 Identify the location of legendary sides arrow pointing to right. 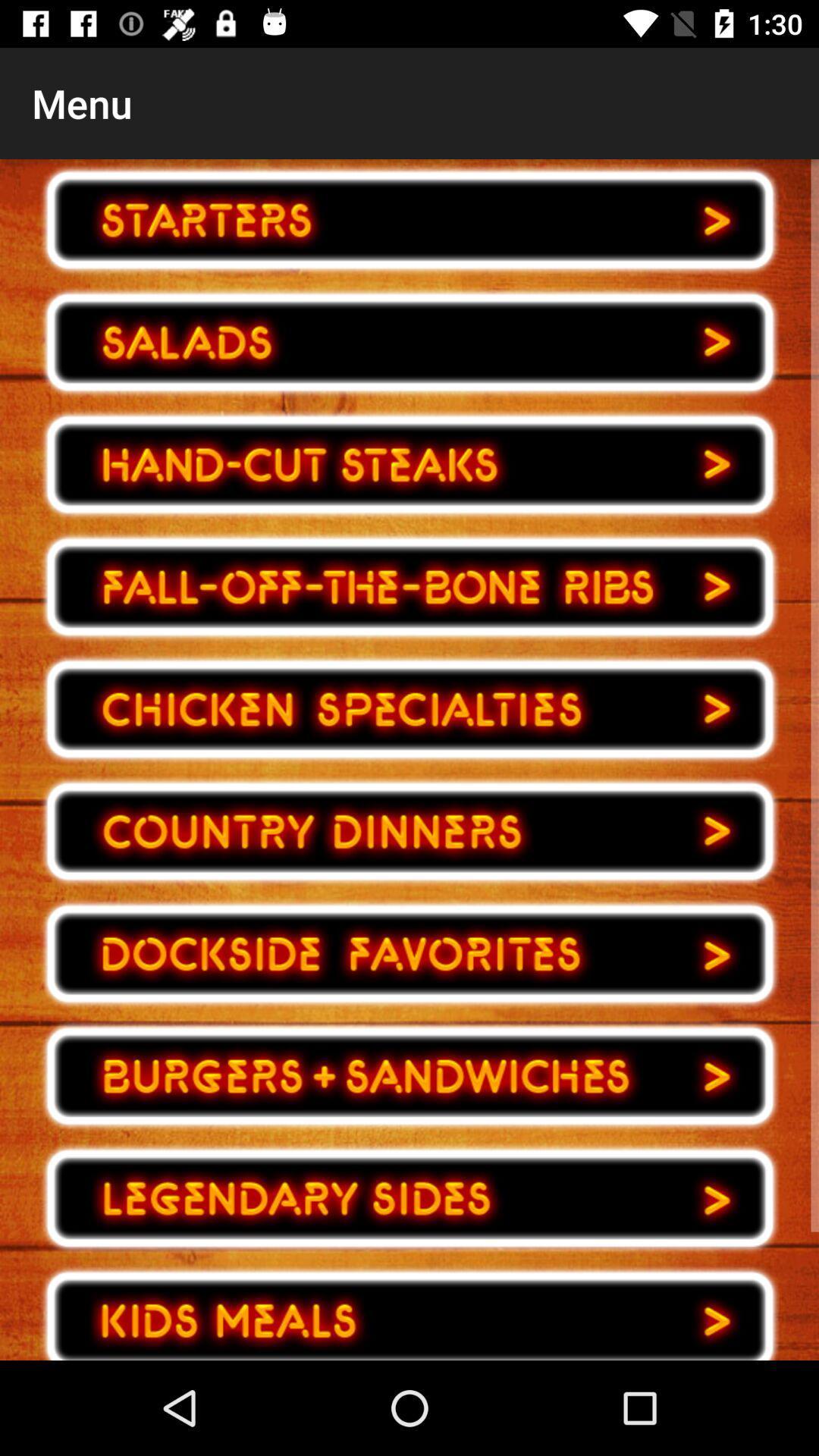
(409, 1197).